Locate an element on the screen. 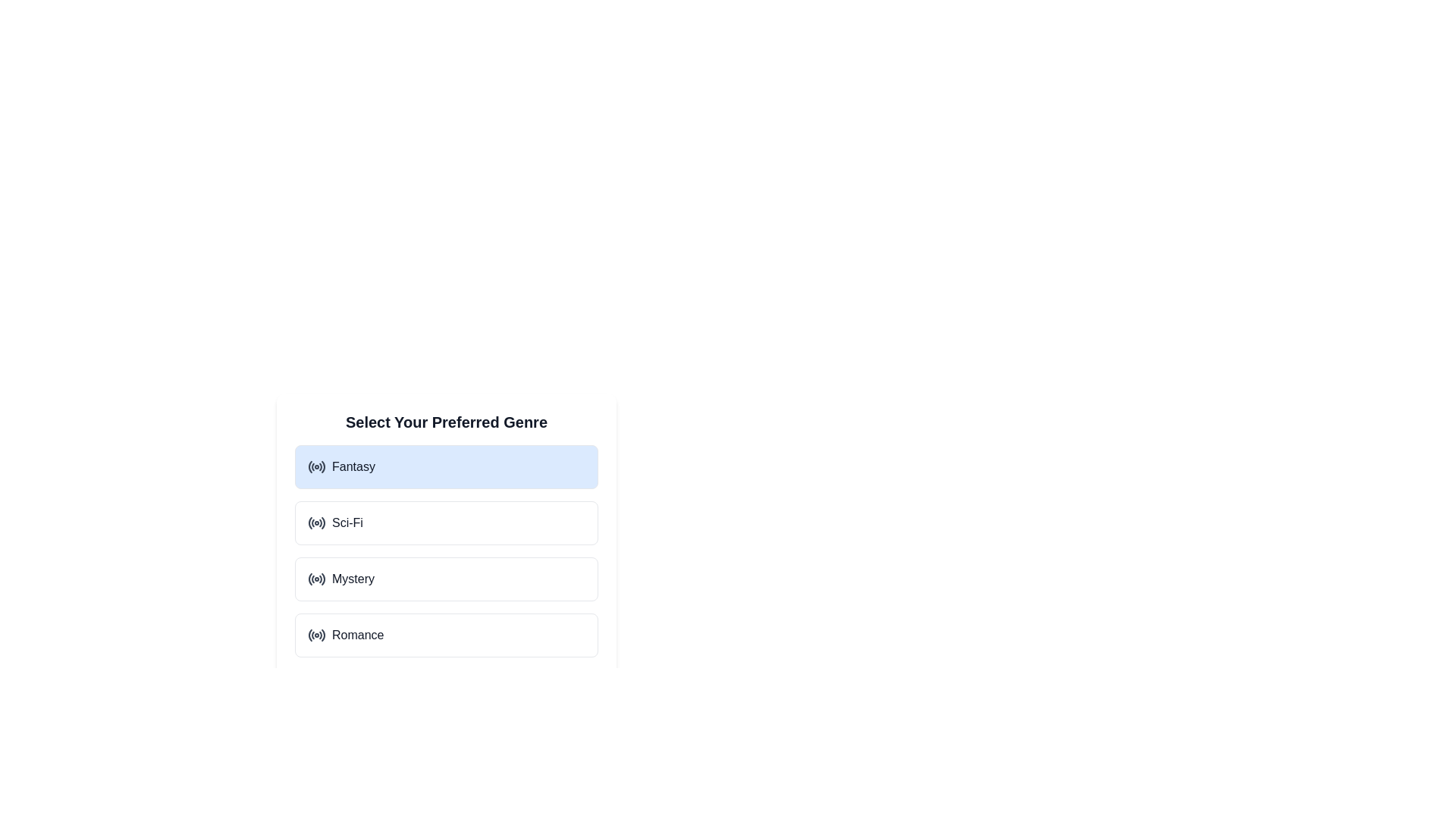 The height and width of the screenshot is (819, 1456). the circular radio button styled element that features a central dot and is labeled 'Fantasy' is located at coordinates (315, 466).